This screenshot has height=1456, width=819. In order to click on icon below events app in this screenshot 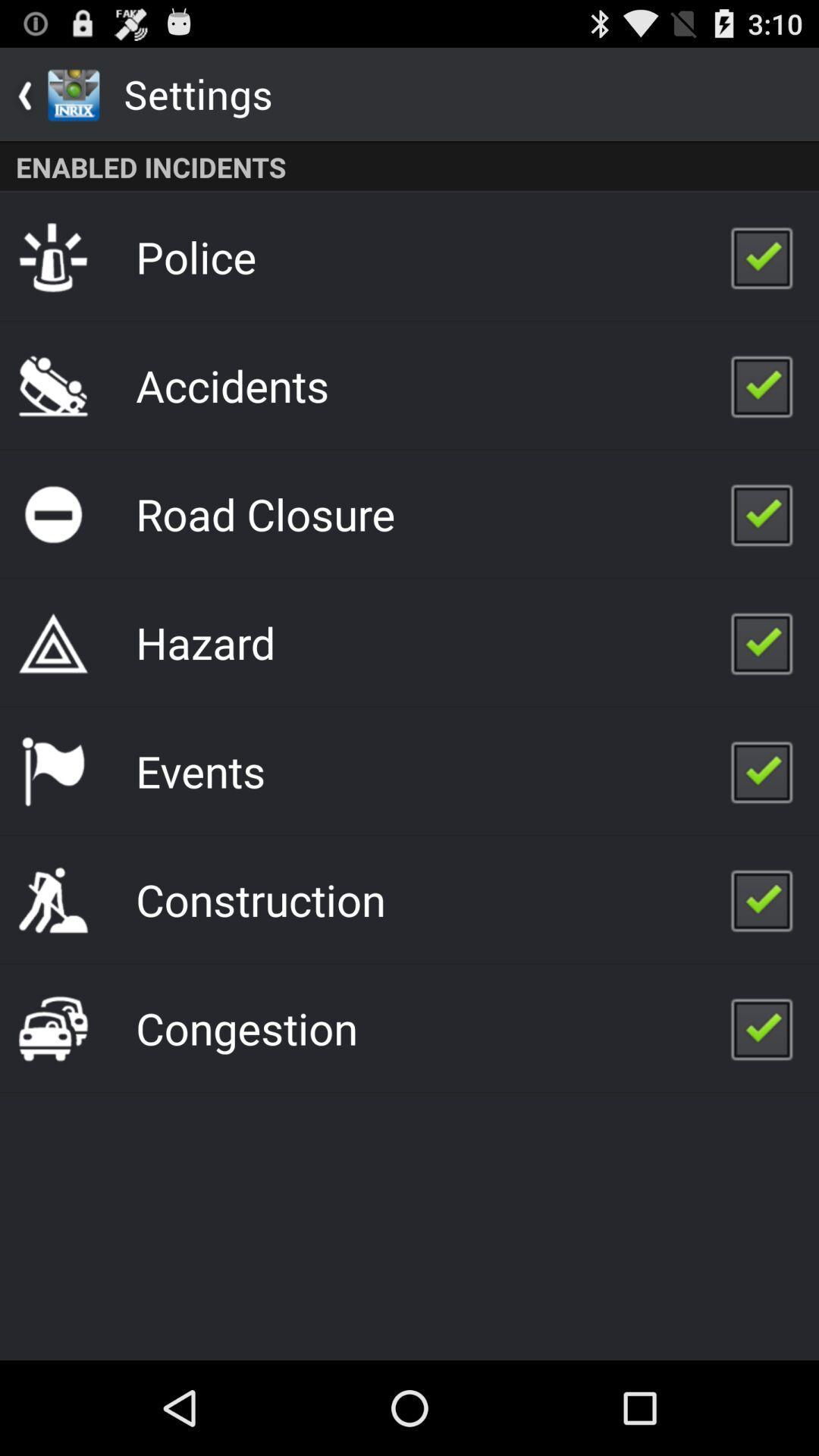, I will do `click(259, 899)`.